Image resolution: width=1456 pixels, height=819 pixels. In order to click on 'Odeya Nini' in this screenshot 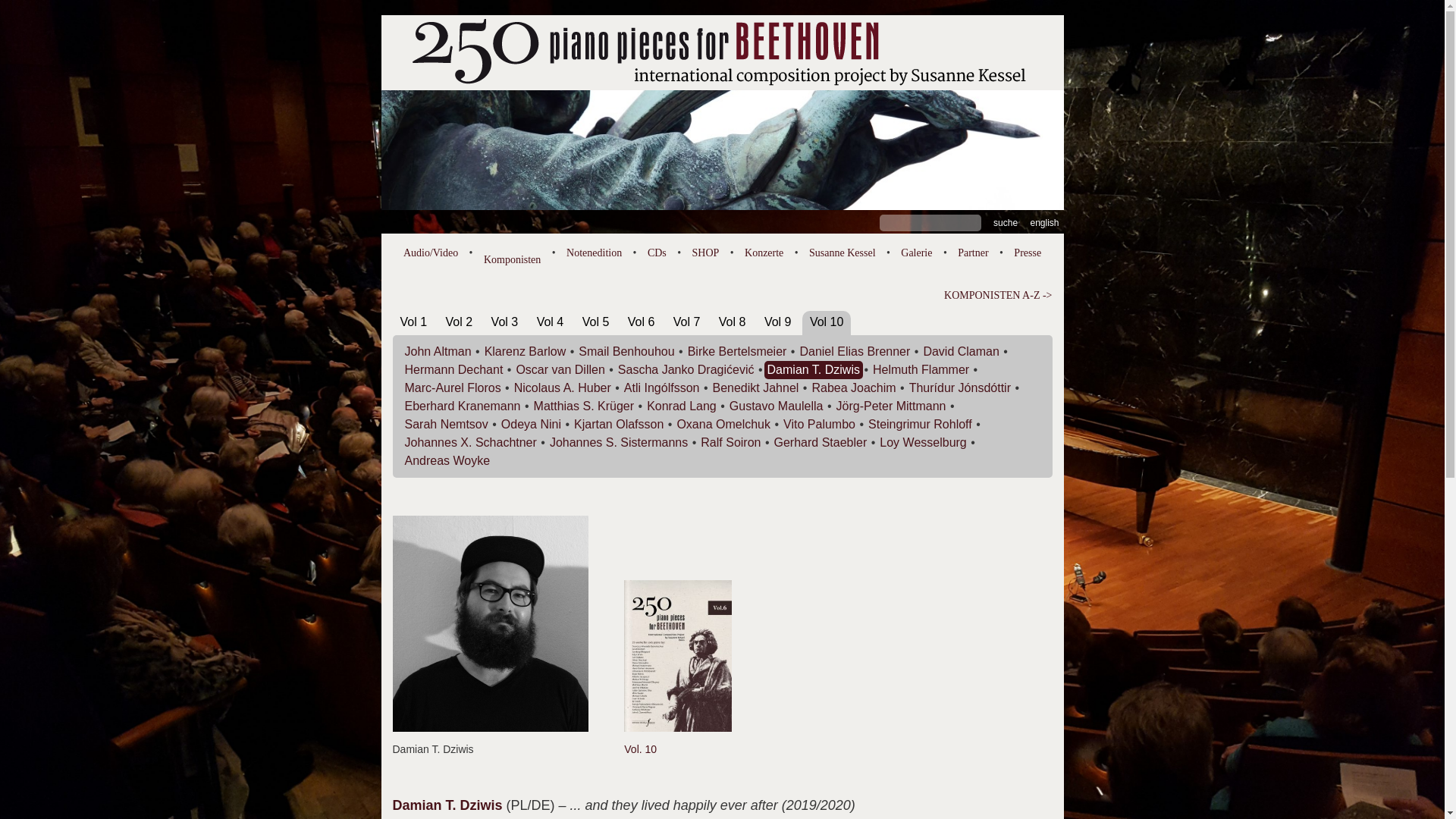, I will do `click(531, 424)`.